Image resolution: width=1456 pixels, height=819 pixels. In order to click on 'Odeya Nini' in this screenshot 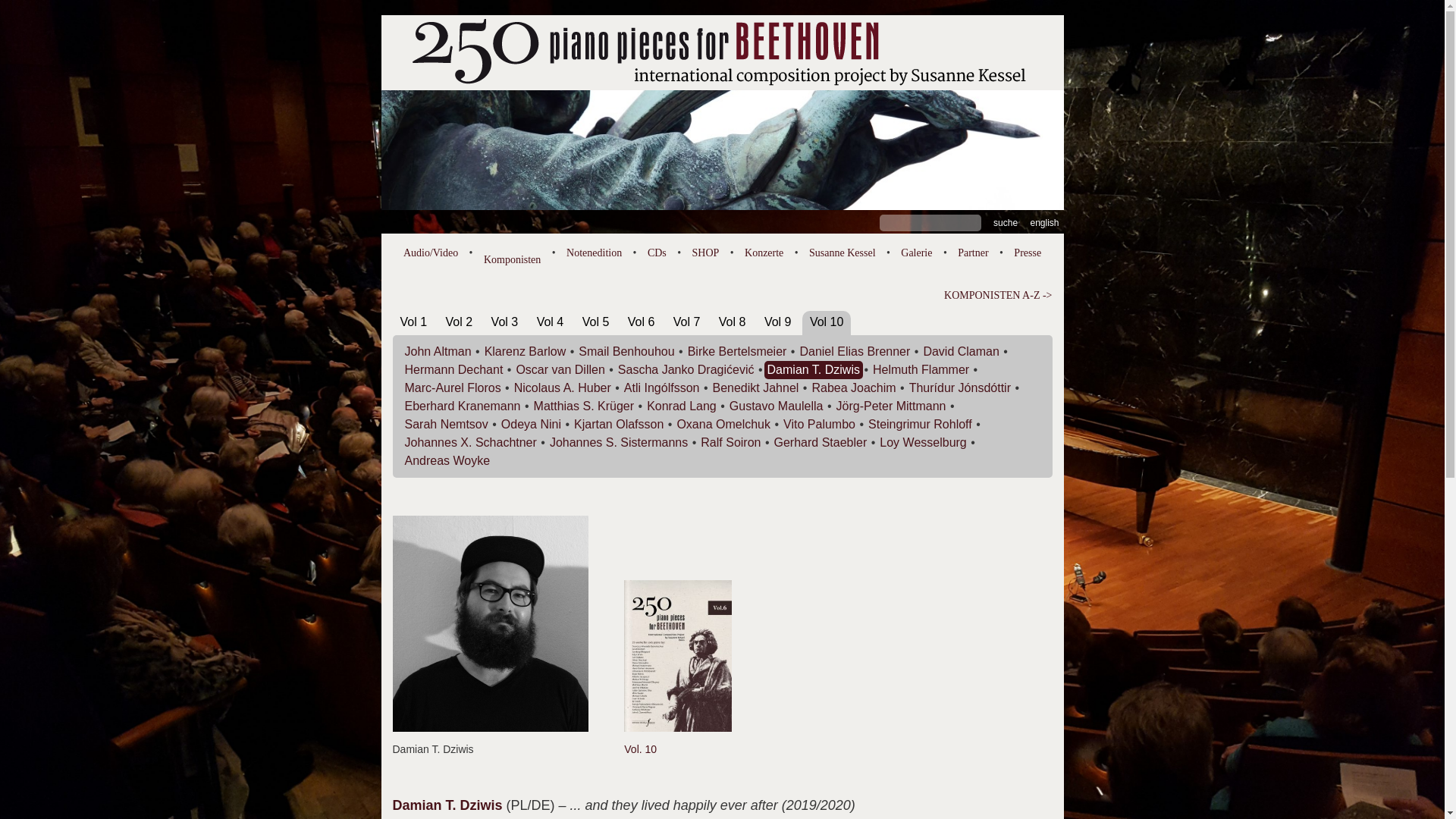, I will do `click(531, 424)`.